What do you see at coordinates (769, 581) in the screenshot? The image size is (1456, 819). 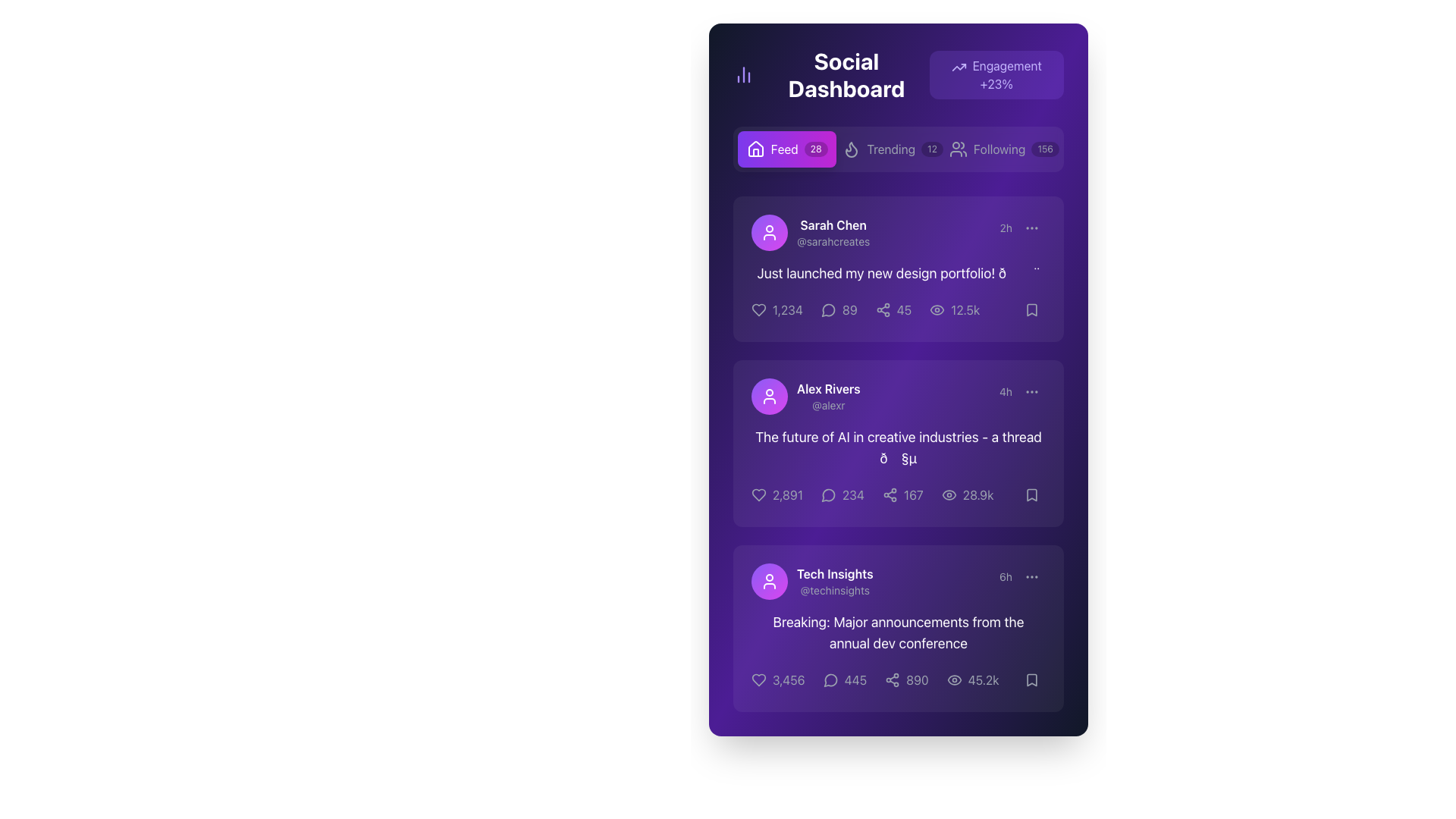 I see `the profile avatar associated with the 'Tech Insights' post, which is positioned to the left of the text 'Tech Insights @techinsights' in the bottommost section of the list of posts` at bounding box center [769, 581].